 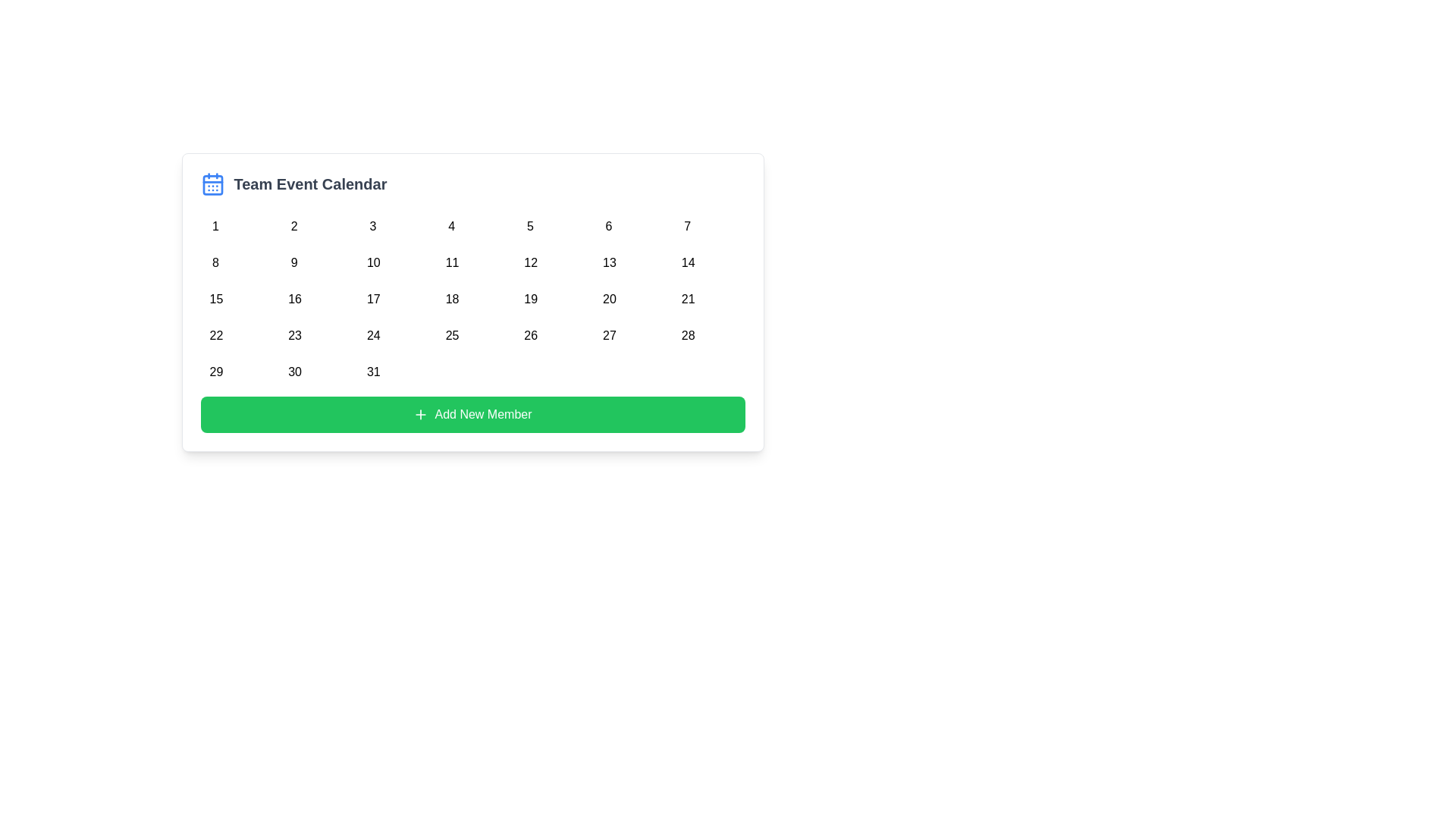 I want to click on the button displaying the numeric value '7', so click(x=686, y=223).